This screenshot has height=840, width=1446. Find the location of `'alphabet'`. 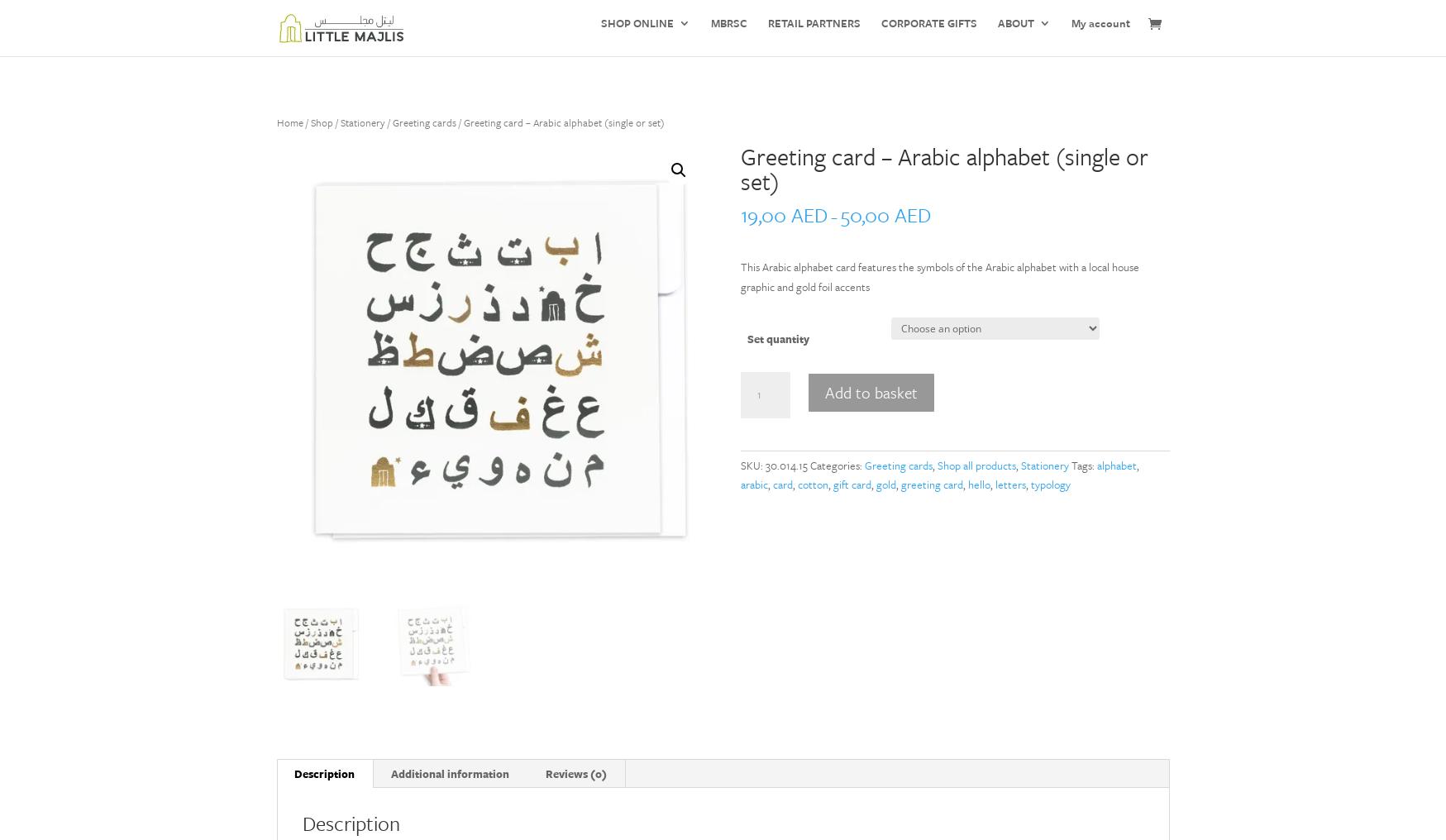

'alphabet' is located at coordinates (1115, 463).